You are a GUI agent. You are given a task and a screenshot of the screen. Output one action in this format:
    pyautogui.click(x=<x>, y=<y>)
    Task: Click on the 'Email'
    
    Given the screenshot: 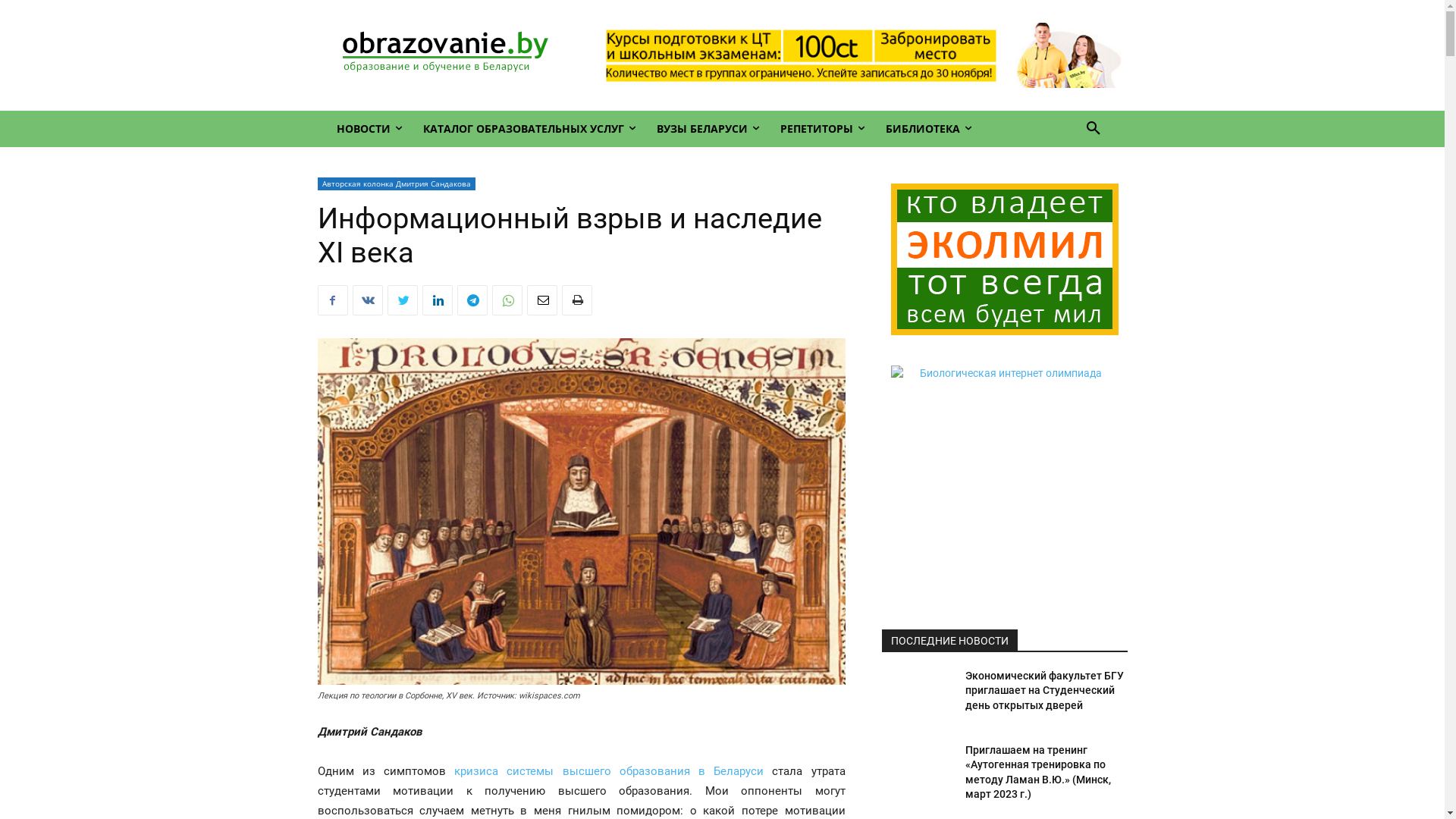 What is the action you would take?
    pyautogui.click(x=541, y=300)
    